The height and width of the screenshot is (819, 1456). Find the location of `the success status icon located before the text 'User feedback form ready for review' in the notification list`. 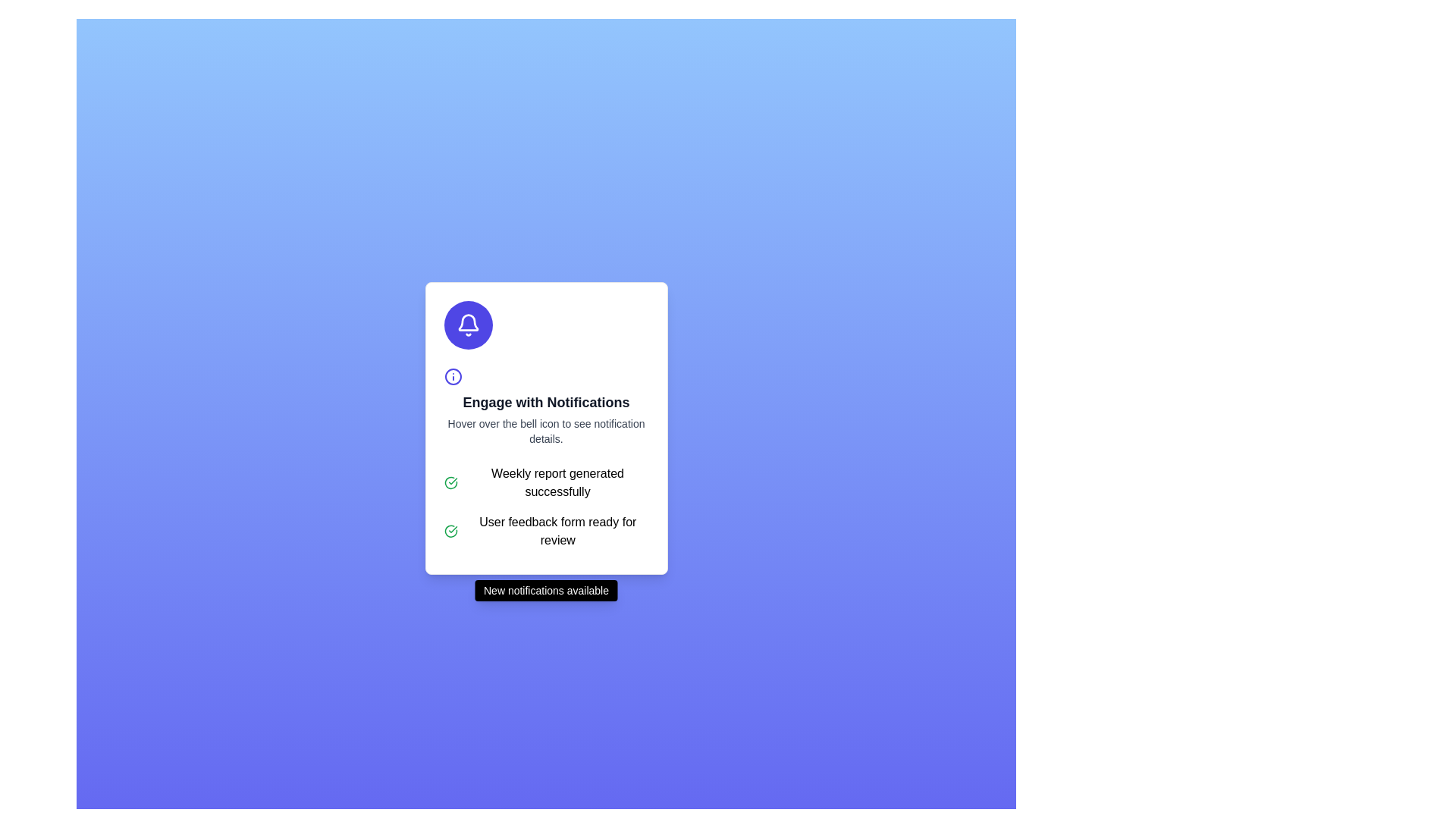

the success status icon located before the text 'User feedback form ready for review' in the notification list is located at coordinates (450, 531).